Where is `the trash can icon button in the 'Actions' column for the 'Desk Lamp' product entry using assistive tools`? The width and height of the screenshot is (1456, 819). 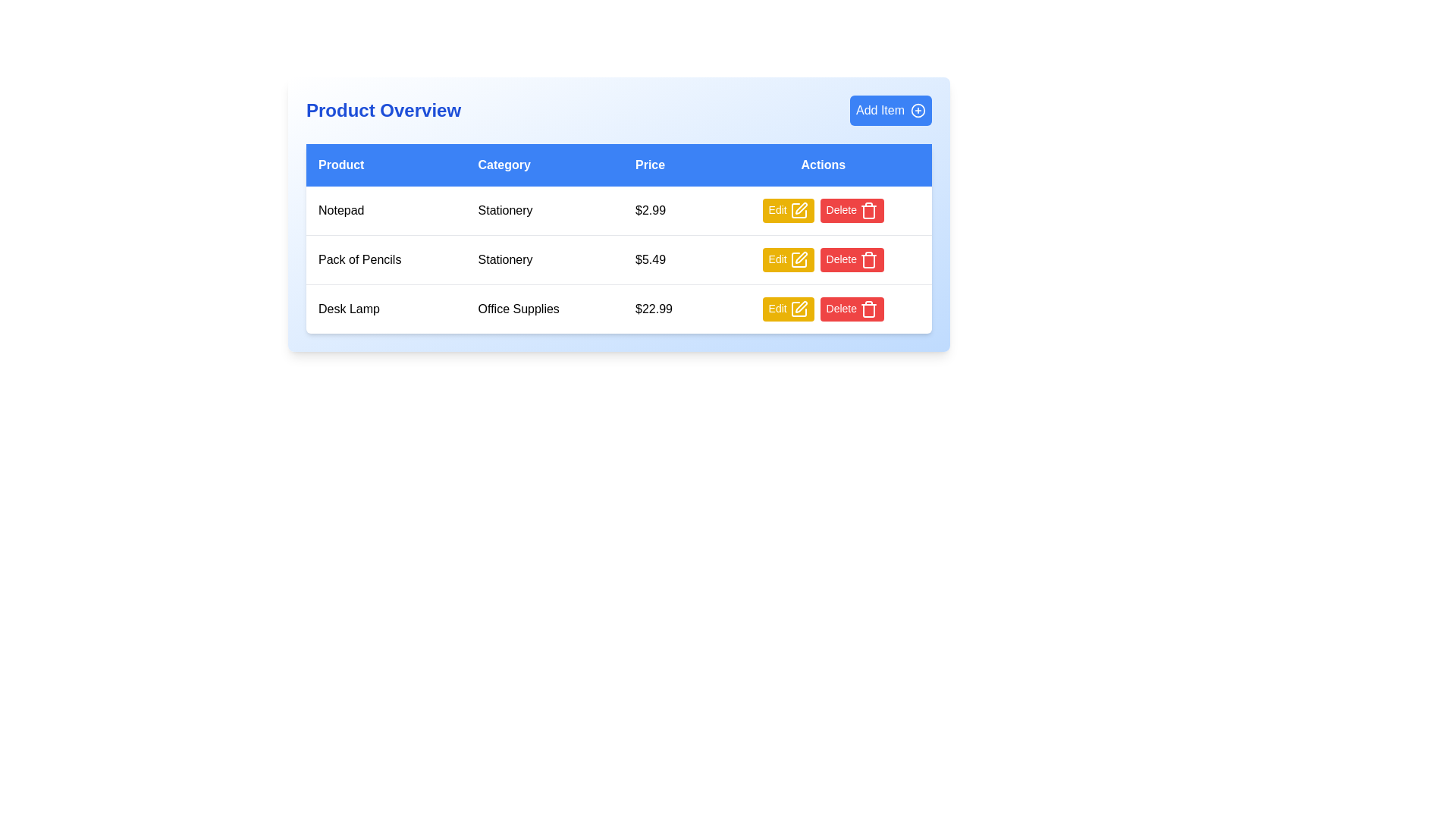 the trash can icon button in the 'Actions' column for the 'Desk Lamp' product entry using assistive tools is located at coordinates (868, 309).